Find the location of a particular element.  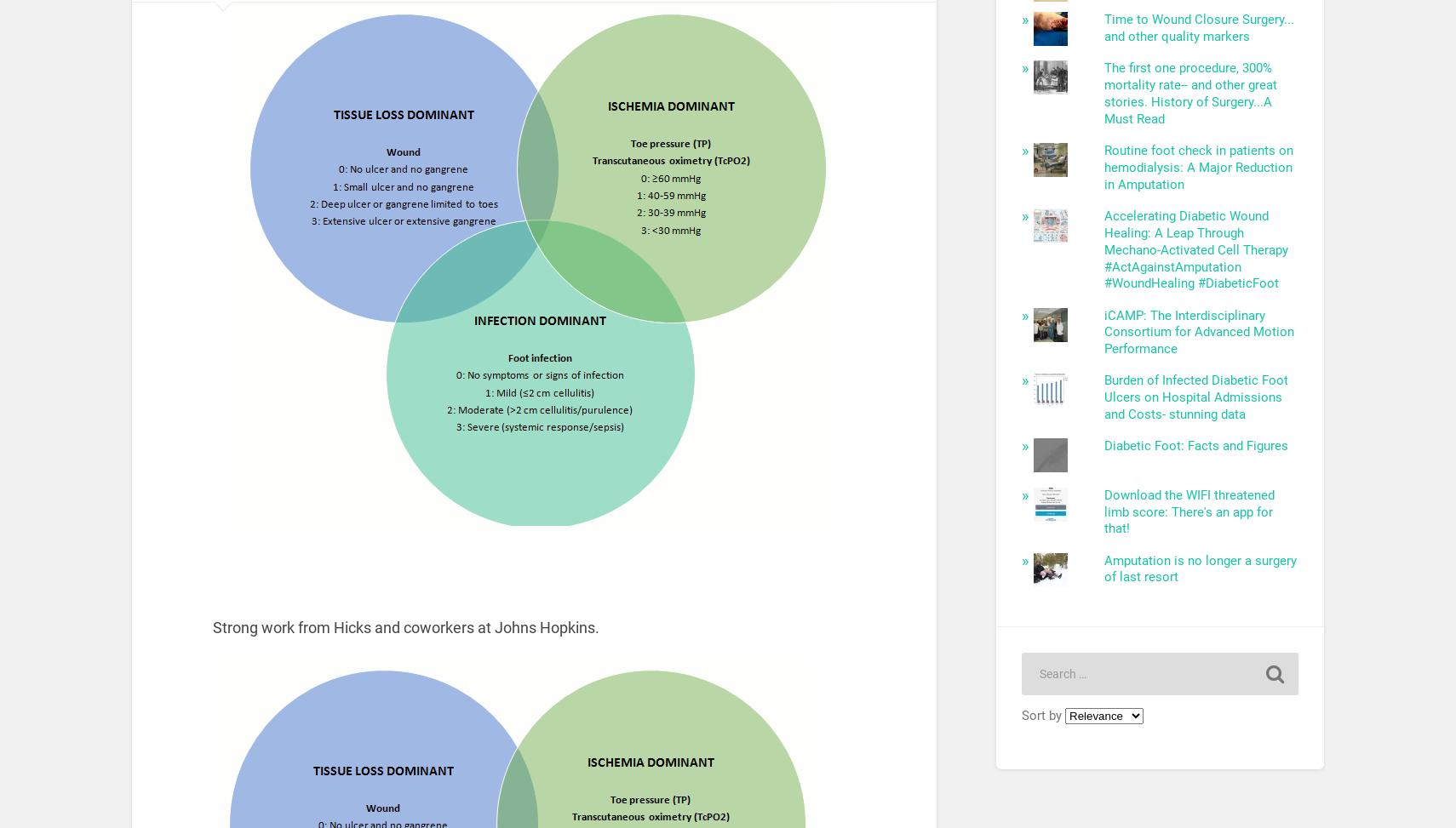

'Time to Wound Closure Surgery... and other quality markers' is located at coordinates (1103, 27).